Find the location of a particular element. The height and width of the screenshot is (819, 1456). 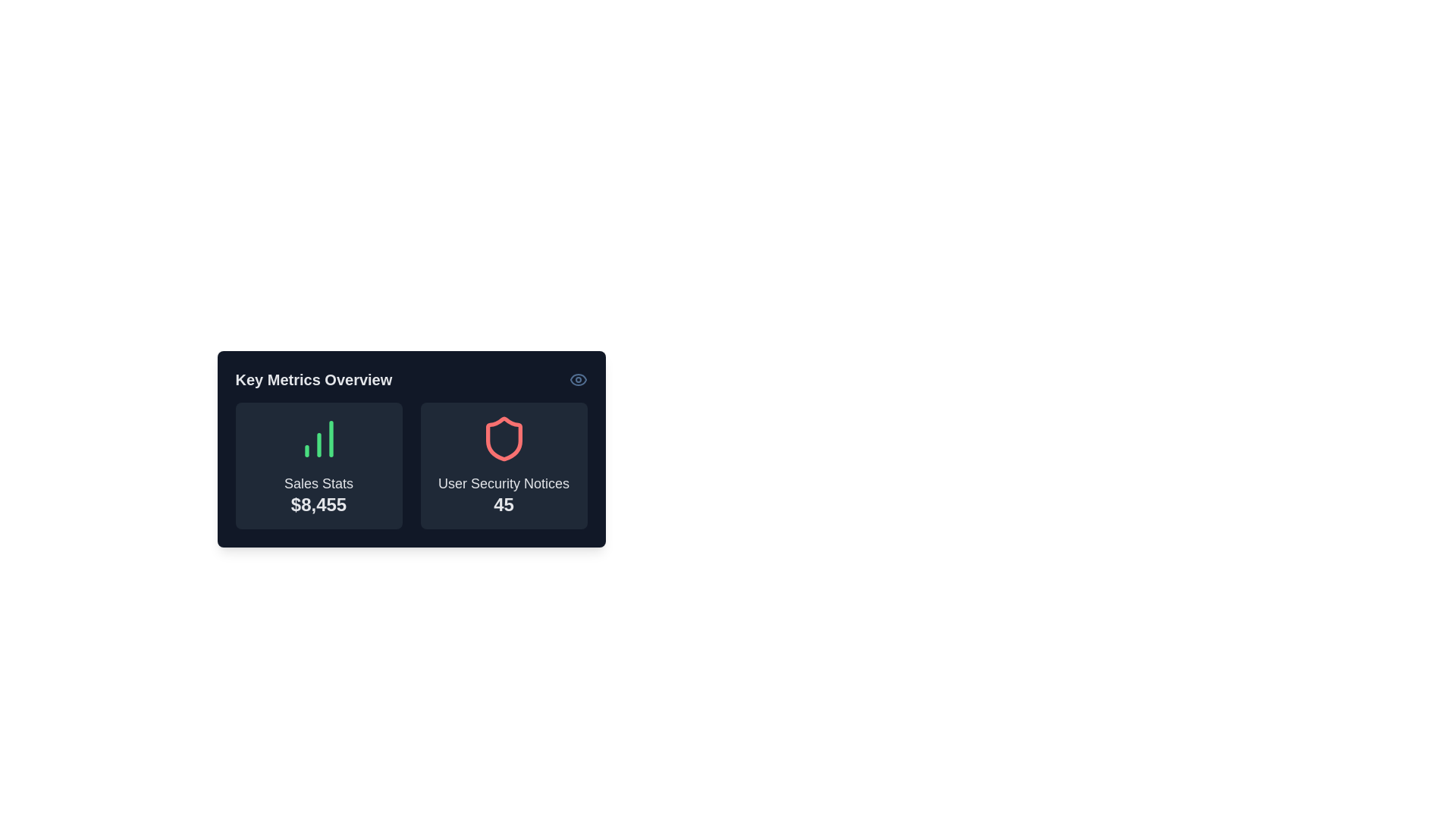

displayed information on the security notices card, which is the second card in the grid layout, positioned to the right of the 'Sales Stats' card is located at coordinates (504, 465).